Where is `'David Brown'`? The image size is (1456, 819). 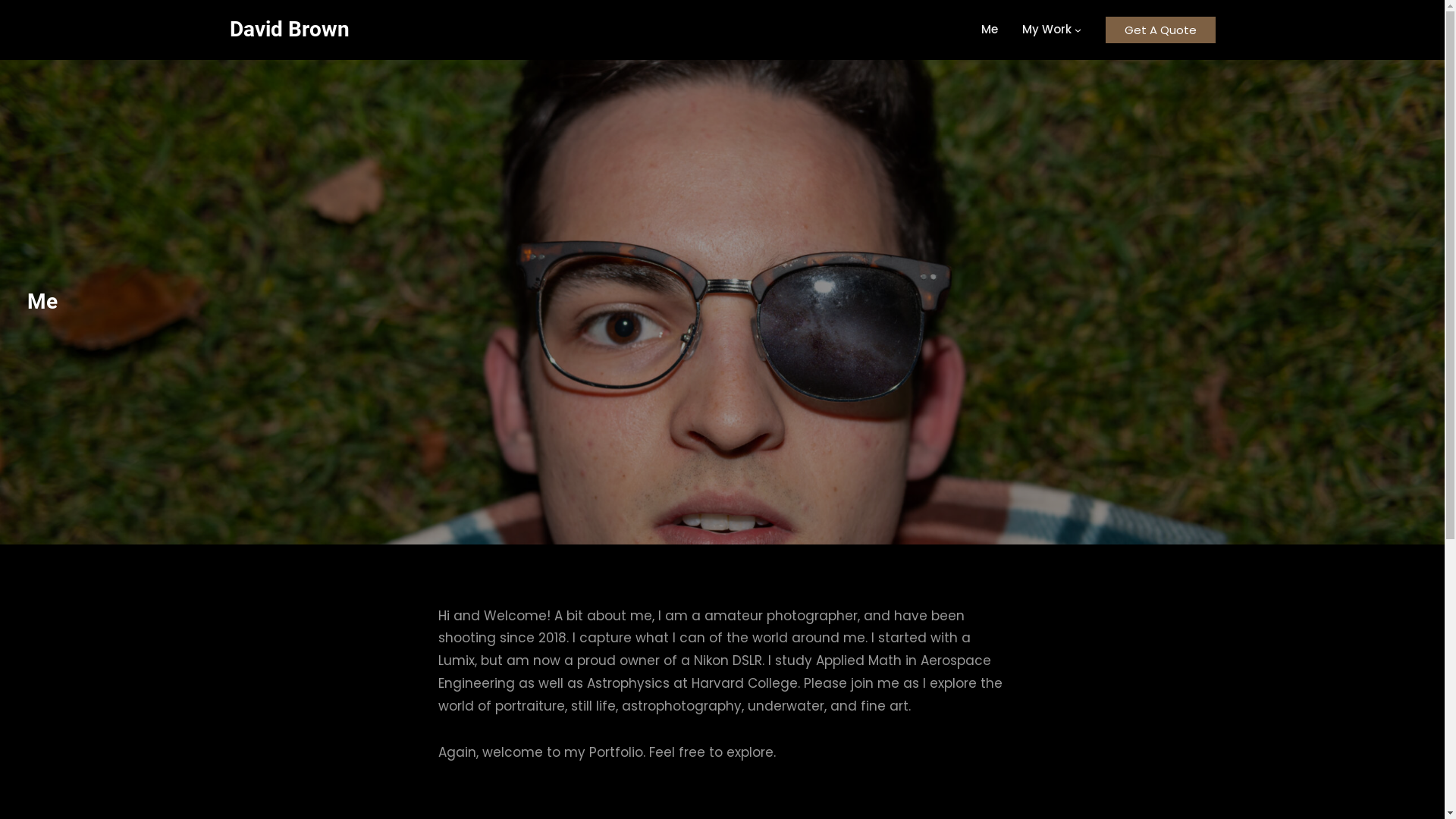
'David Brown' is located at coordinates (288, 31).